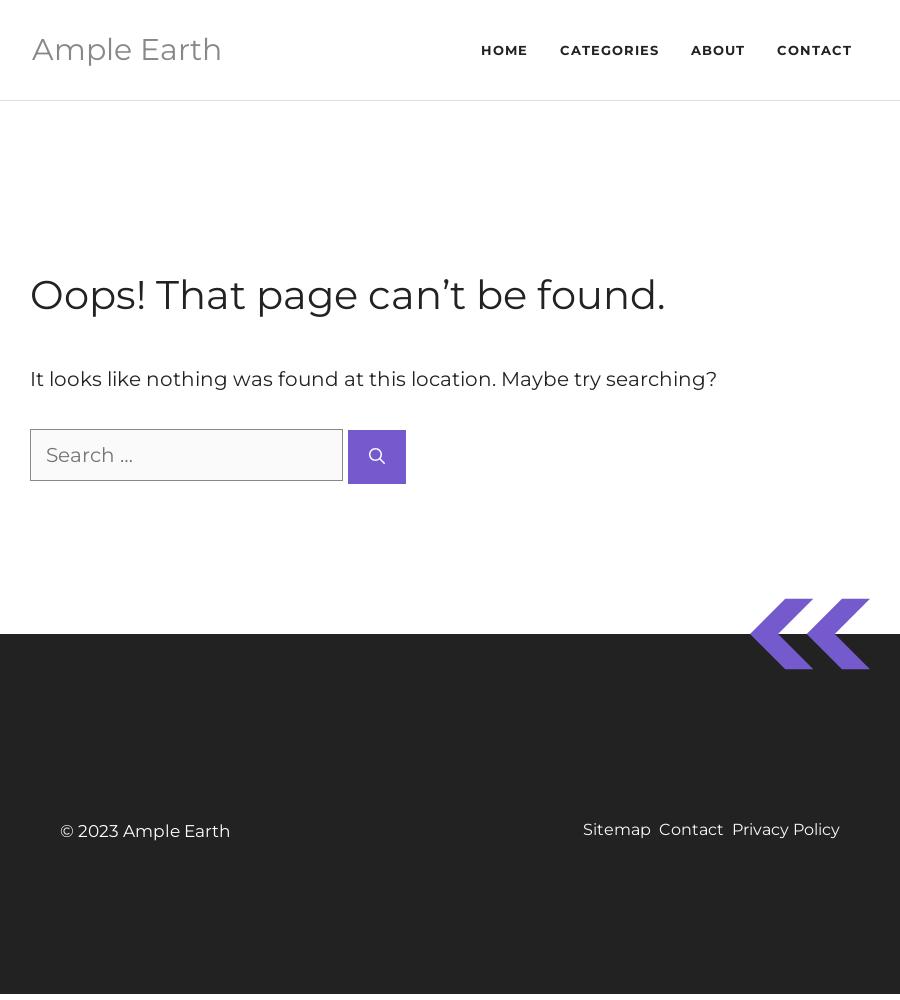  What do you see at coordinates (347, 294) in the screenshot?
I see `'Oops! That page can’t be found.'` at bounding box center [347, 294].